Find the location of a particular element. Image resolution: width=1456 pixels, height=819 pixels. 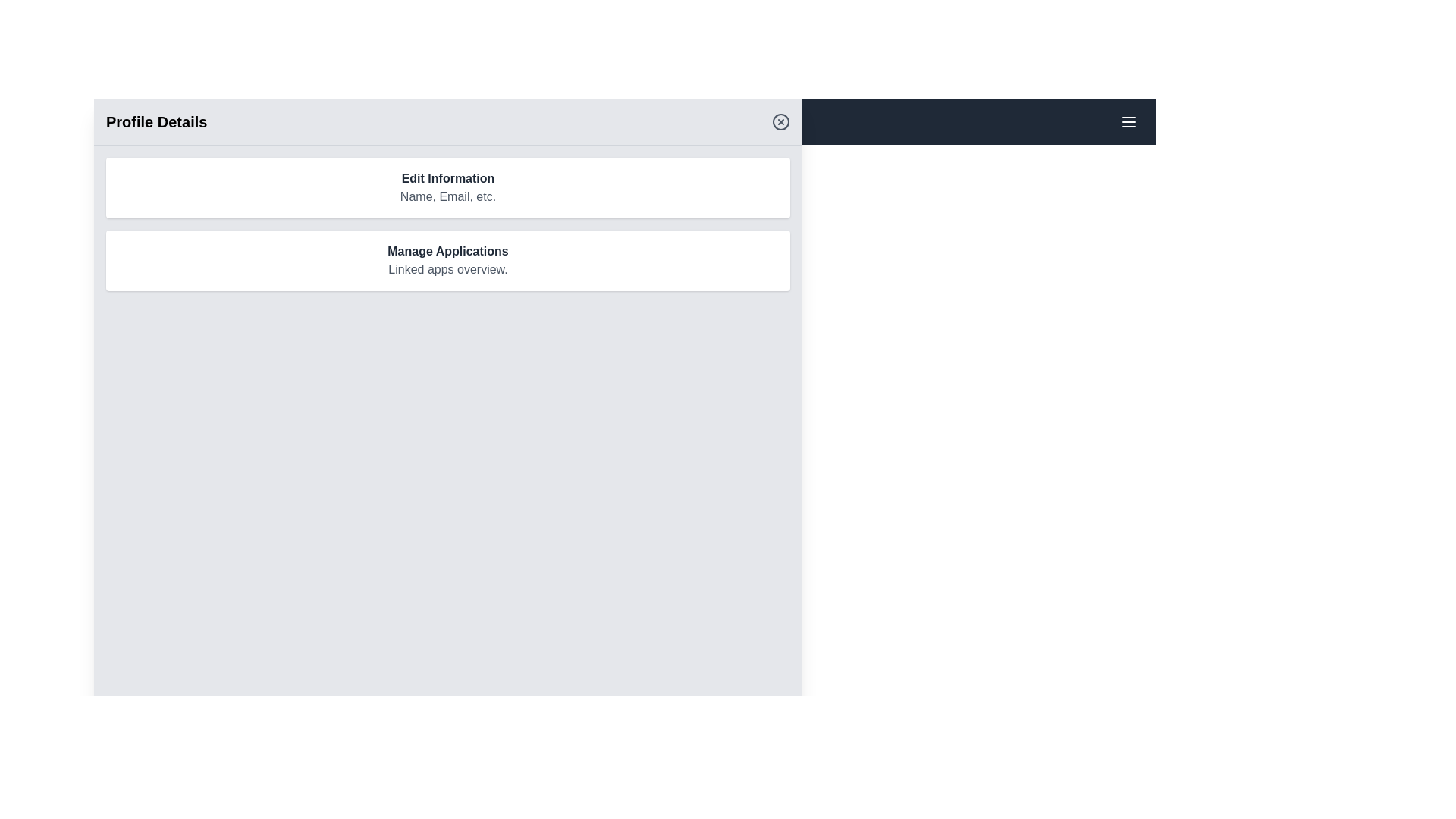

the Hamburger Menu Icon, which is represented by three horizontal lines stacked vertically and is located on the far right of the header bar is located at coordinates (1128, 121).